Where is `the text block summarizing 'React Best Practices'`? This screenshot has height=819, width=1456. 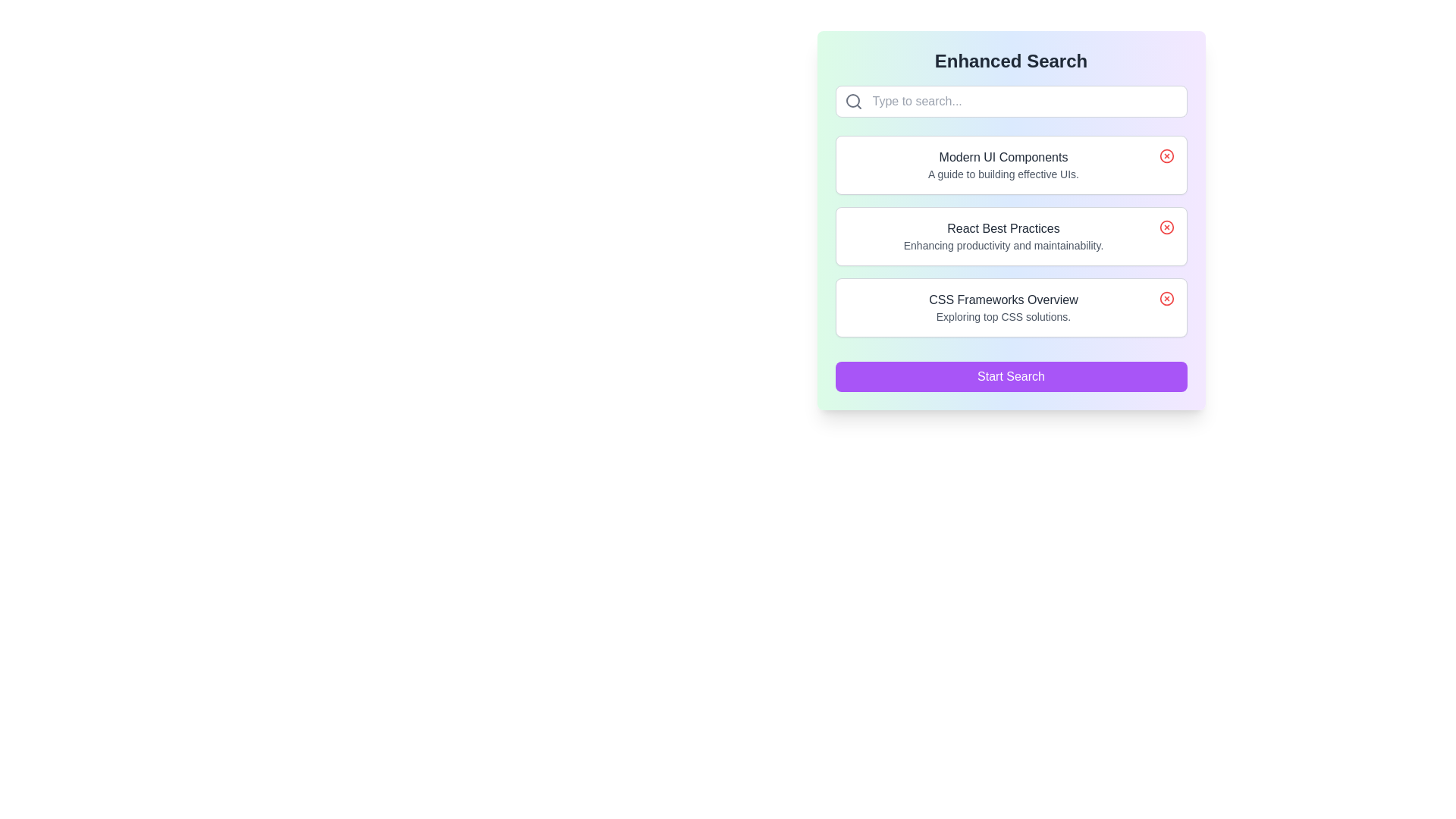 the text block summarizing 'React Best Practices' is located at coordinates (1003, 237).